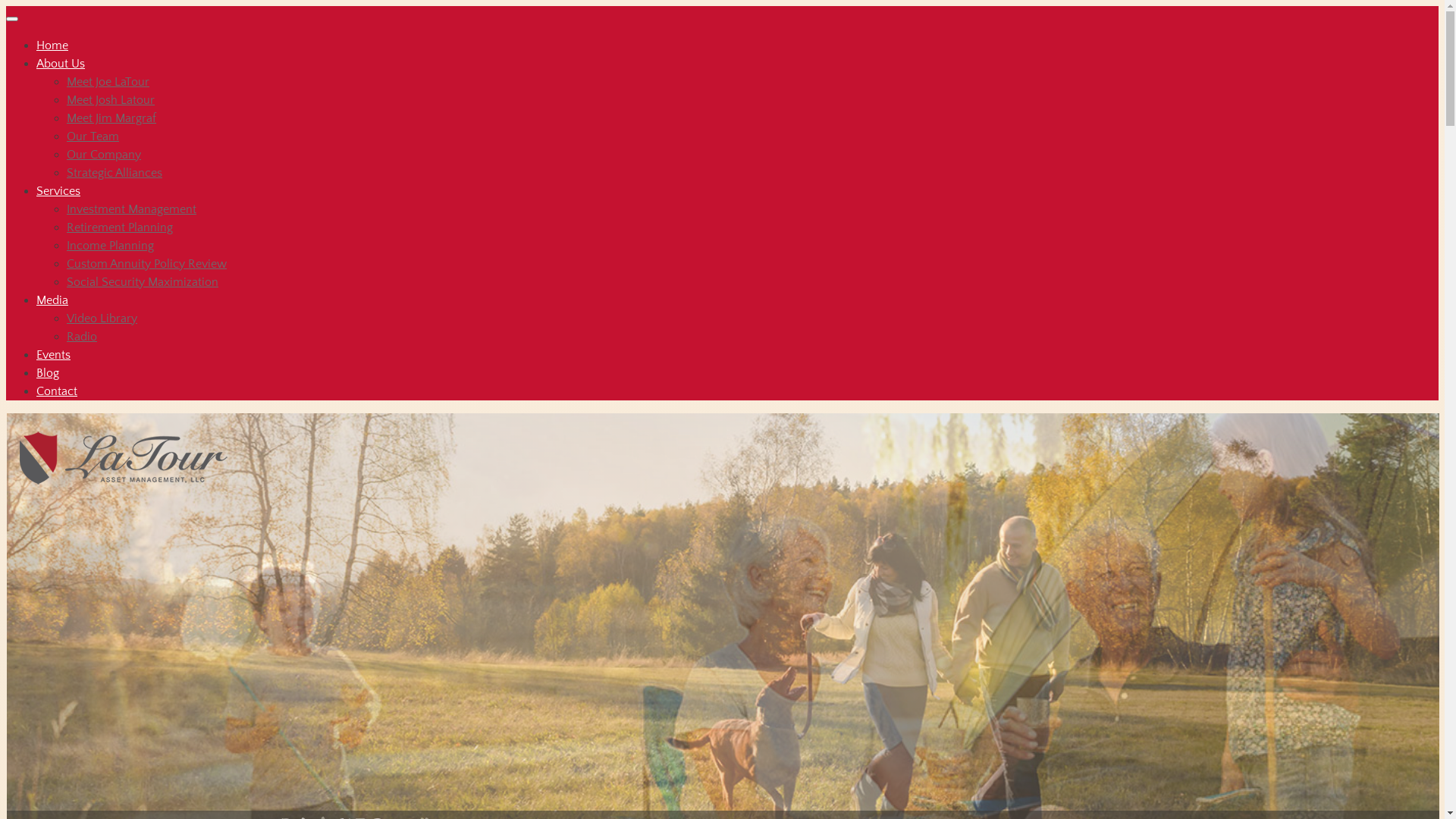 This screenshot has width=1456, height=819. What do you see at coordinates (146, 262) in the screenshot?
I see `'Custom Annuity Policy Review'` at bounding box center [146, 262].